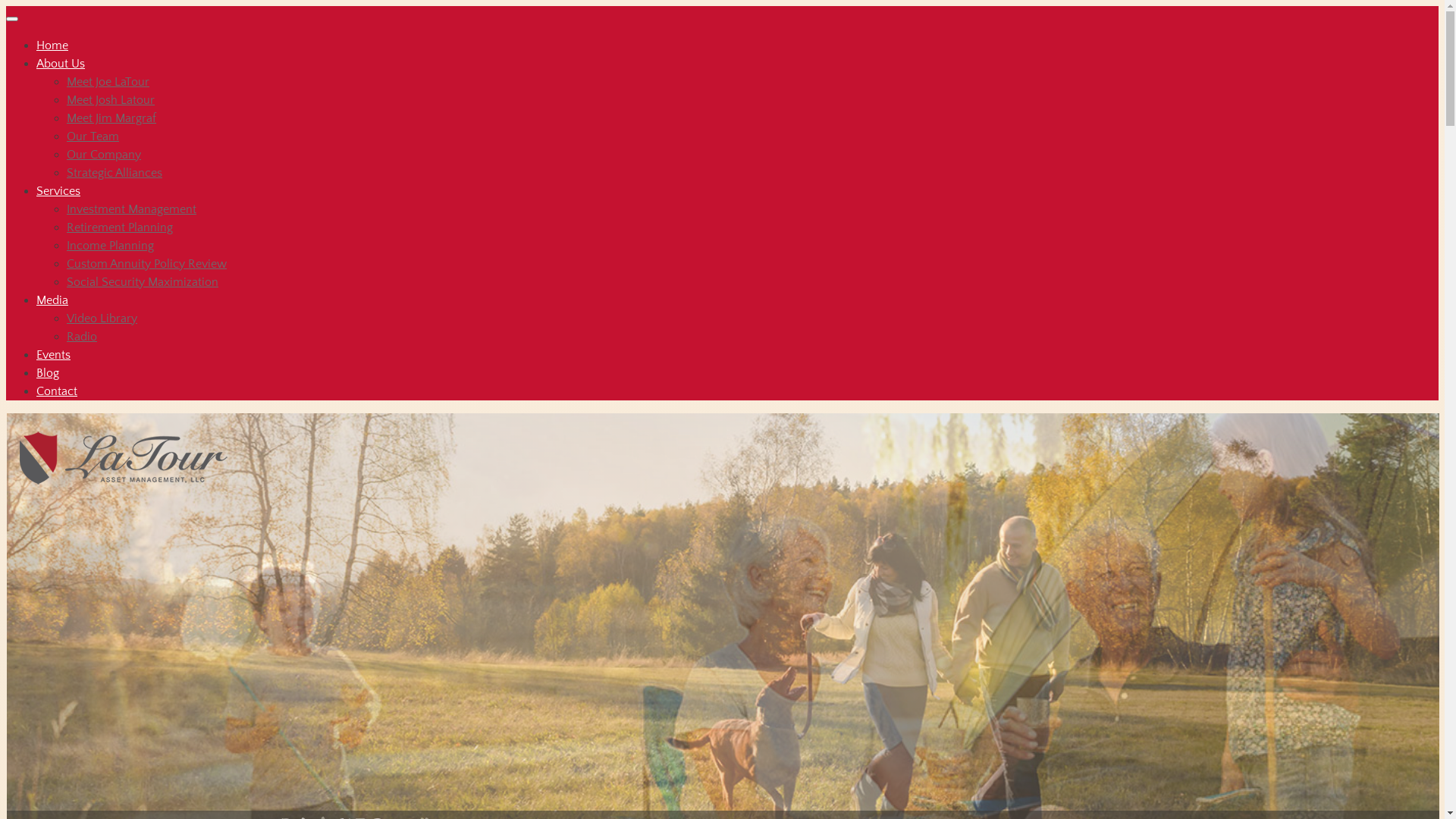 This screenshot has width=1456, height=819. What do you see at coordinates (146, 262) in the screenshot?
I see `'Custom Annuity Policy Review'` at bounding box center [146, 262].